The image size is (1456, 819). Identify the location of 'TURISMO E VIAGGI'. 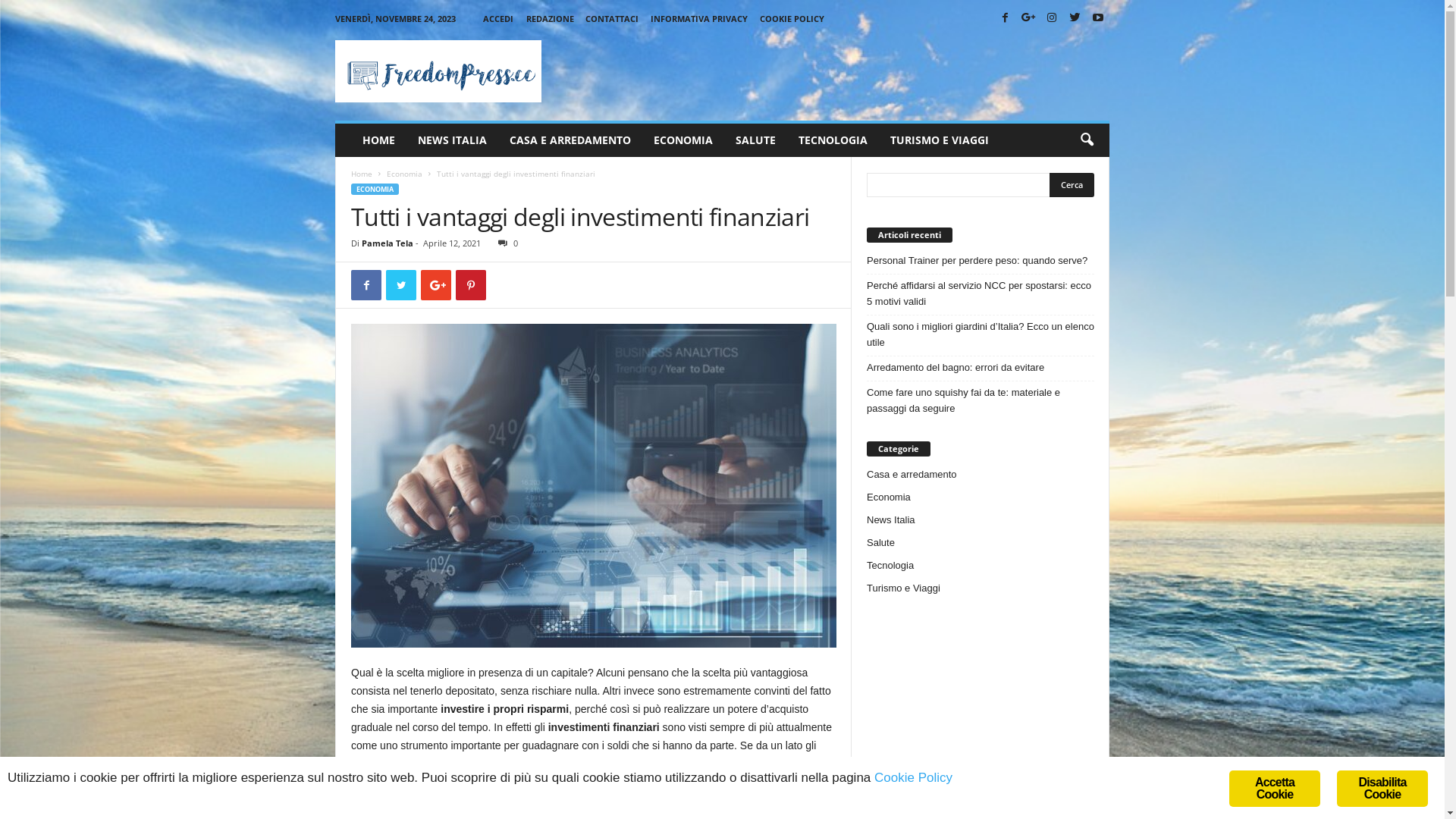
(938, 140).